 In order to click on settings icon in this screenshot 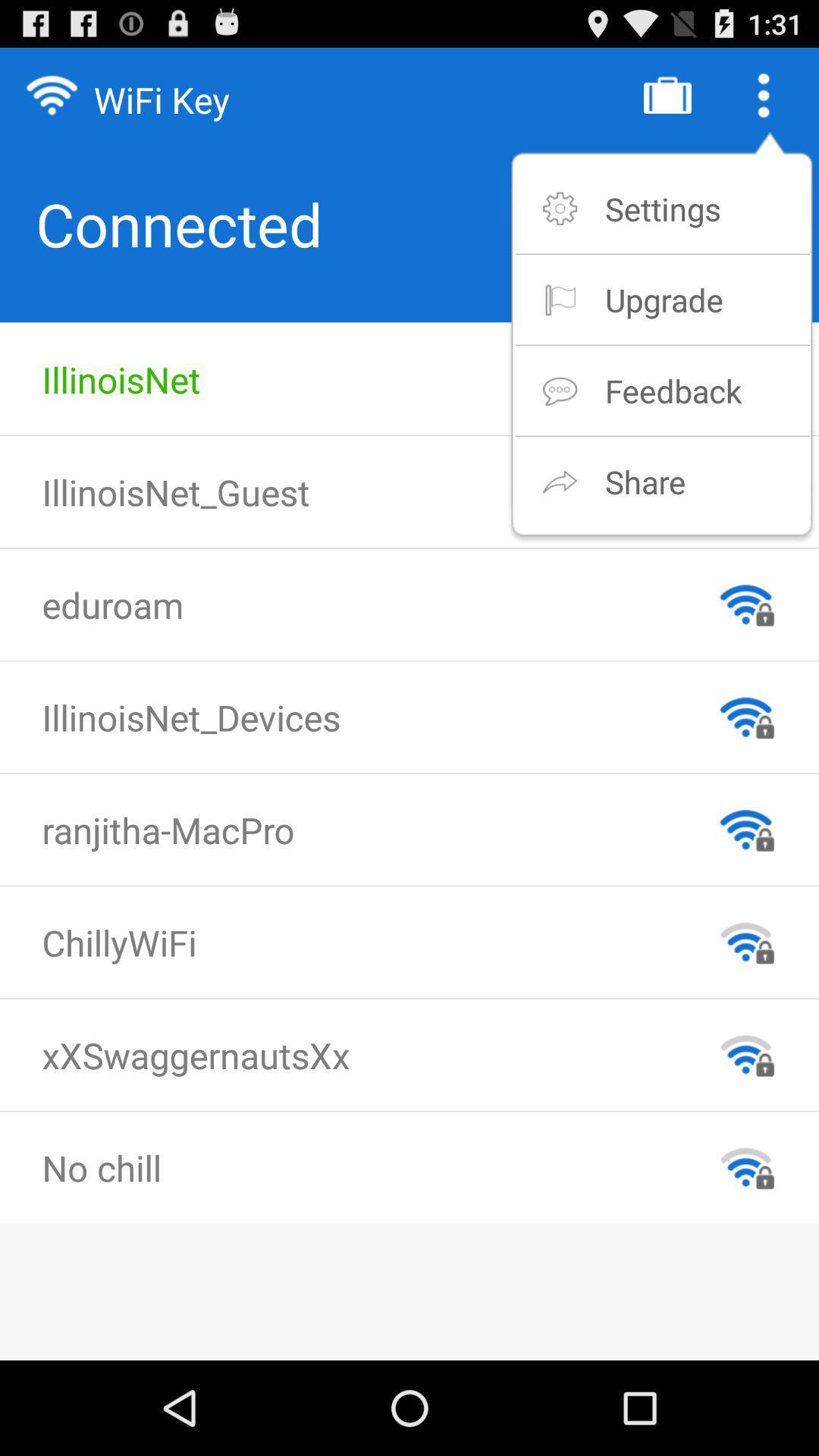, I will do `click(662, 208)`.